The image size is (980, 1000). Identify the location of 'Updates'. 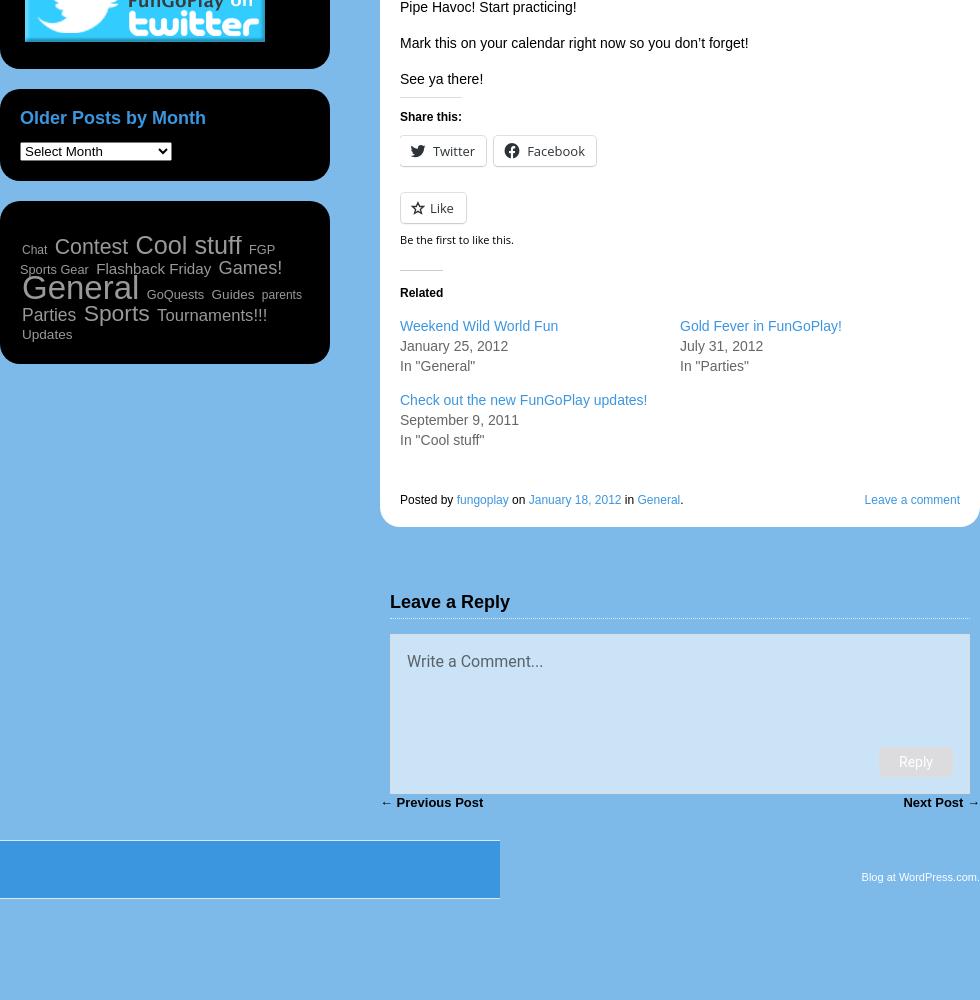
(47, 333).